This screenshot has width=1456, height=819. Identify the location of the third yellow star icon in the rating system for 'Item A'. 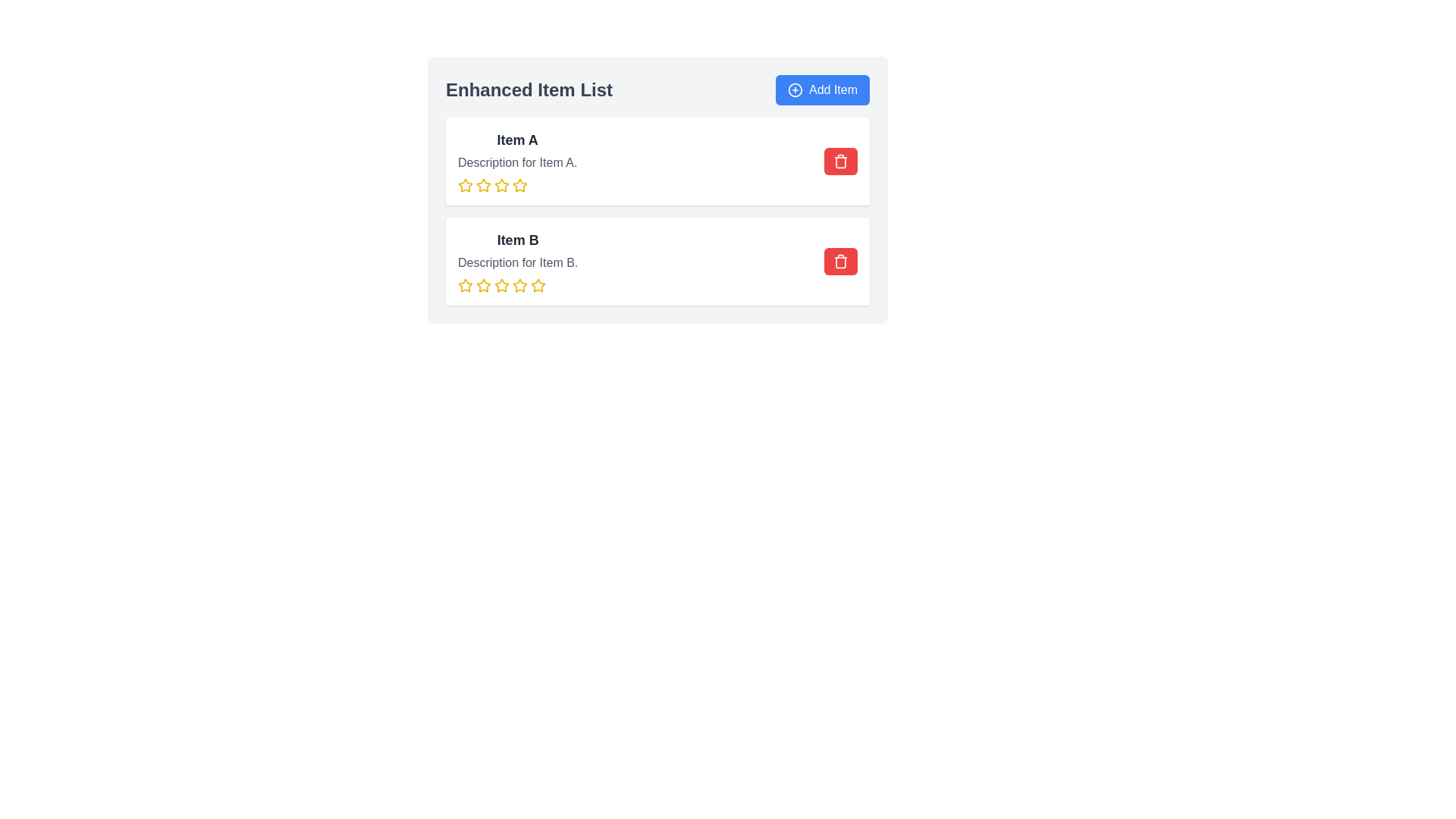
(502, 184).